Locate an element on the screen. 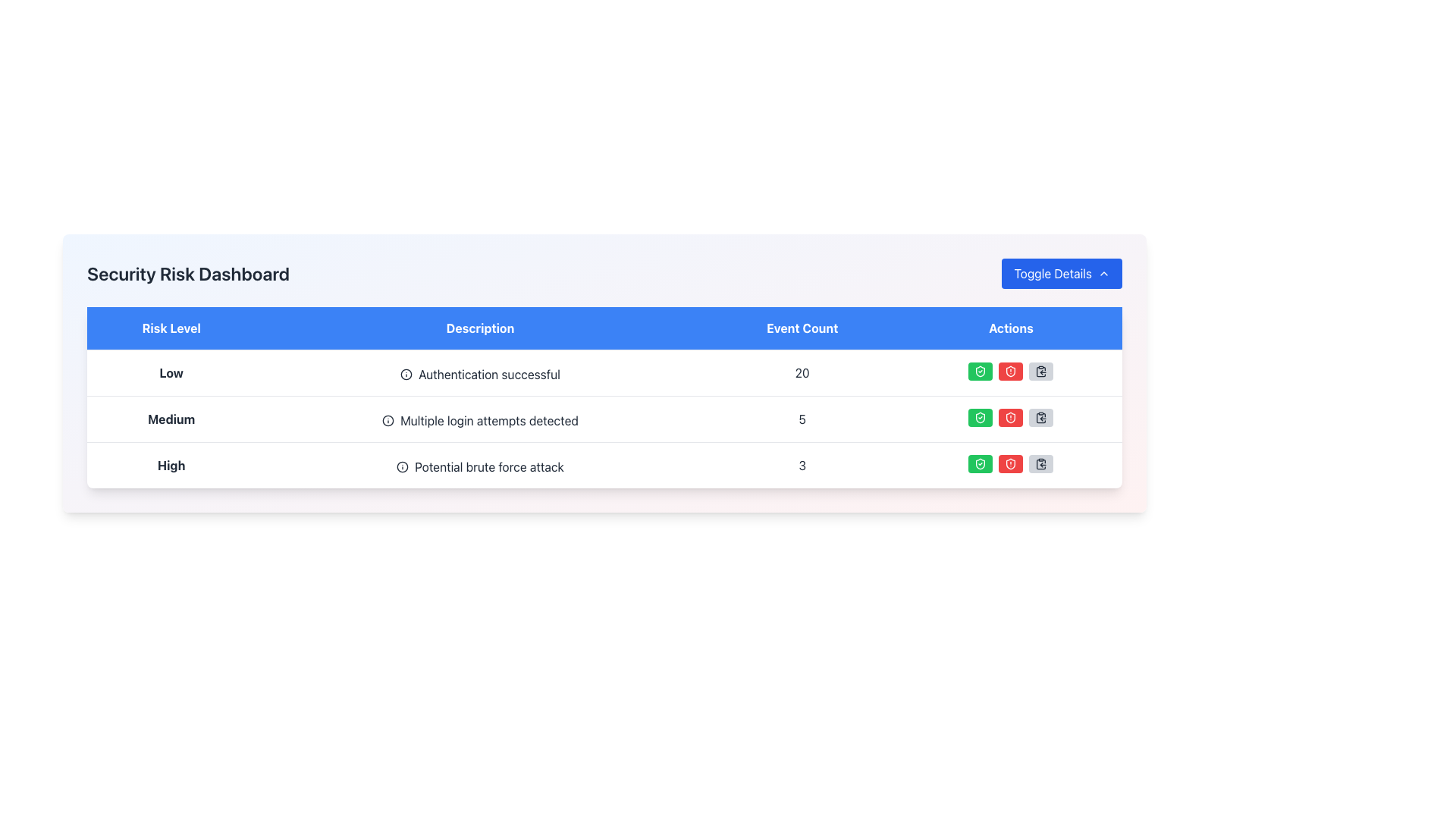  the informational indicator icon located in the 'Description' column of the second row, which corresponds to the 'Medium Risk Level' is located at coordinates (388, 421).